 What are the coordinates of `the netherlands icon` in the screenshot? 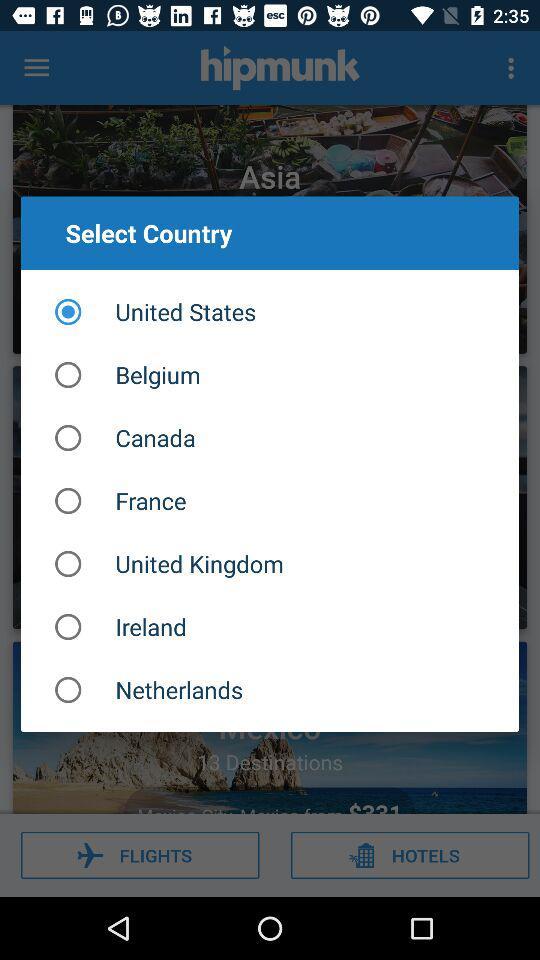 It's located at (270, 690).